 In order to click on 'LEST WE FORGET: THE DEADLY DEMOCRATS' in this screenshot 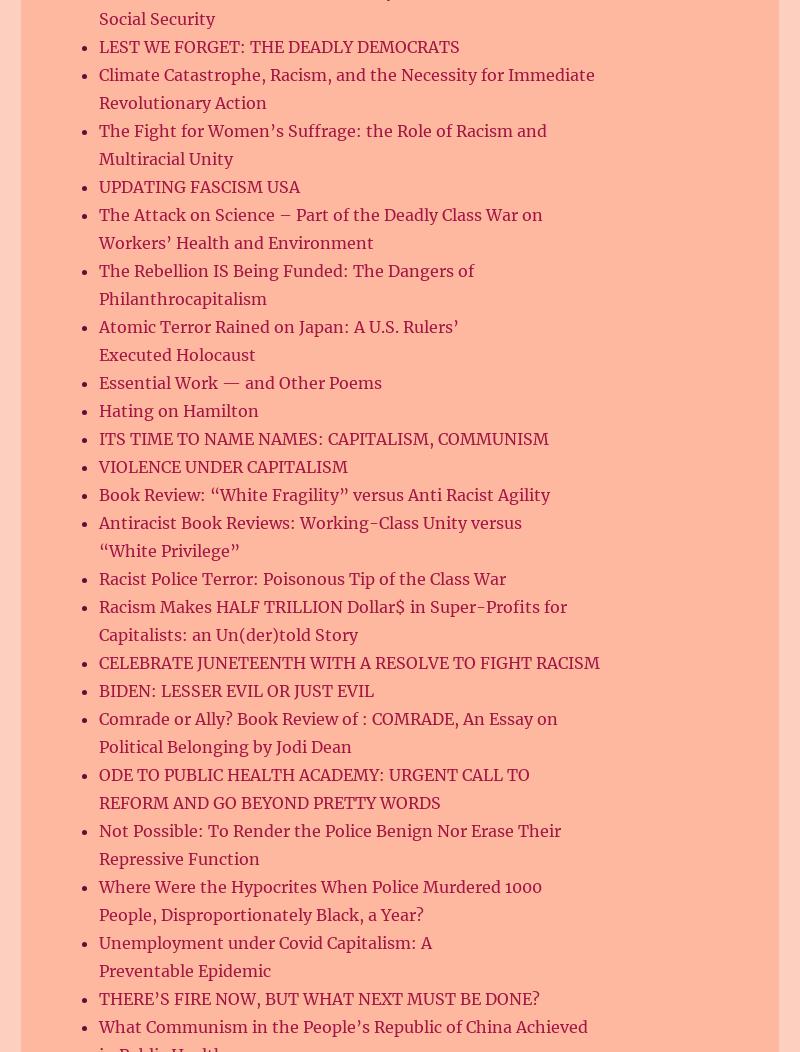, I will do `click(98, 46)`.